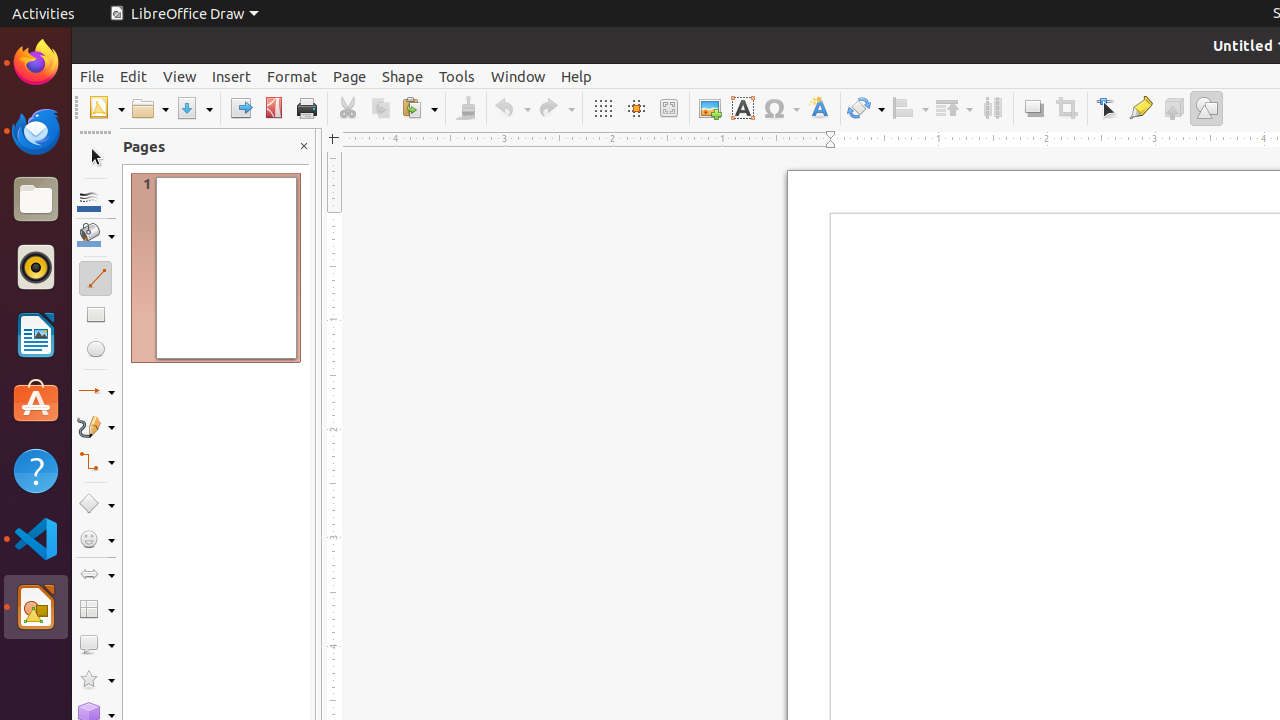 Image resolution: width=1280 pixels, height=720 pixels. I want to click on 'Edit', so click(132, 75).